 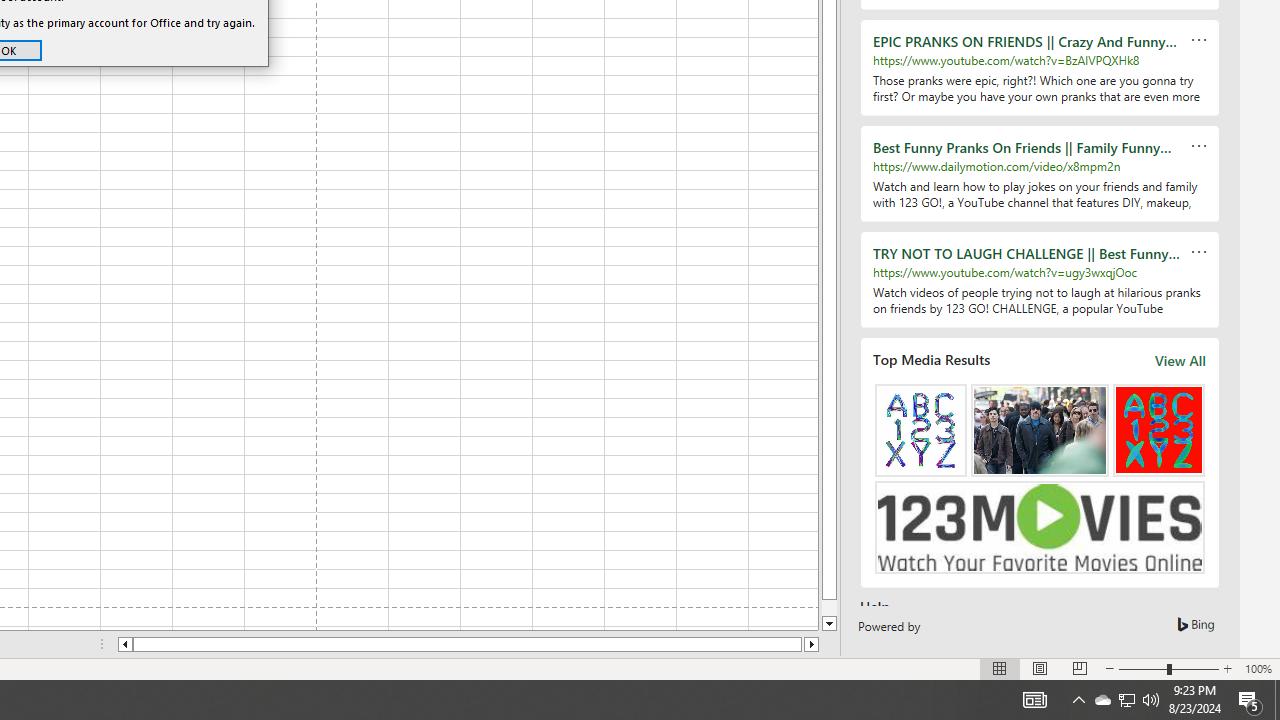 I want to click on 'Page Break Preview', so click(x=1078, y=669).